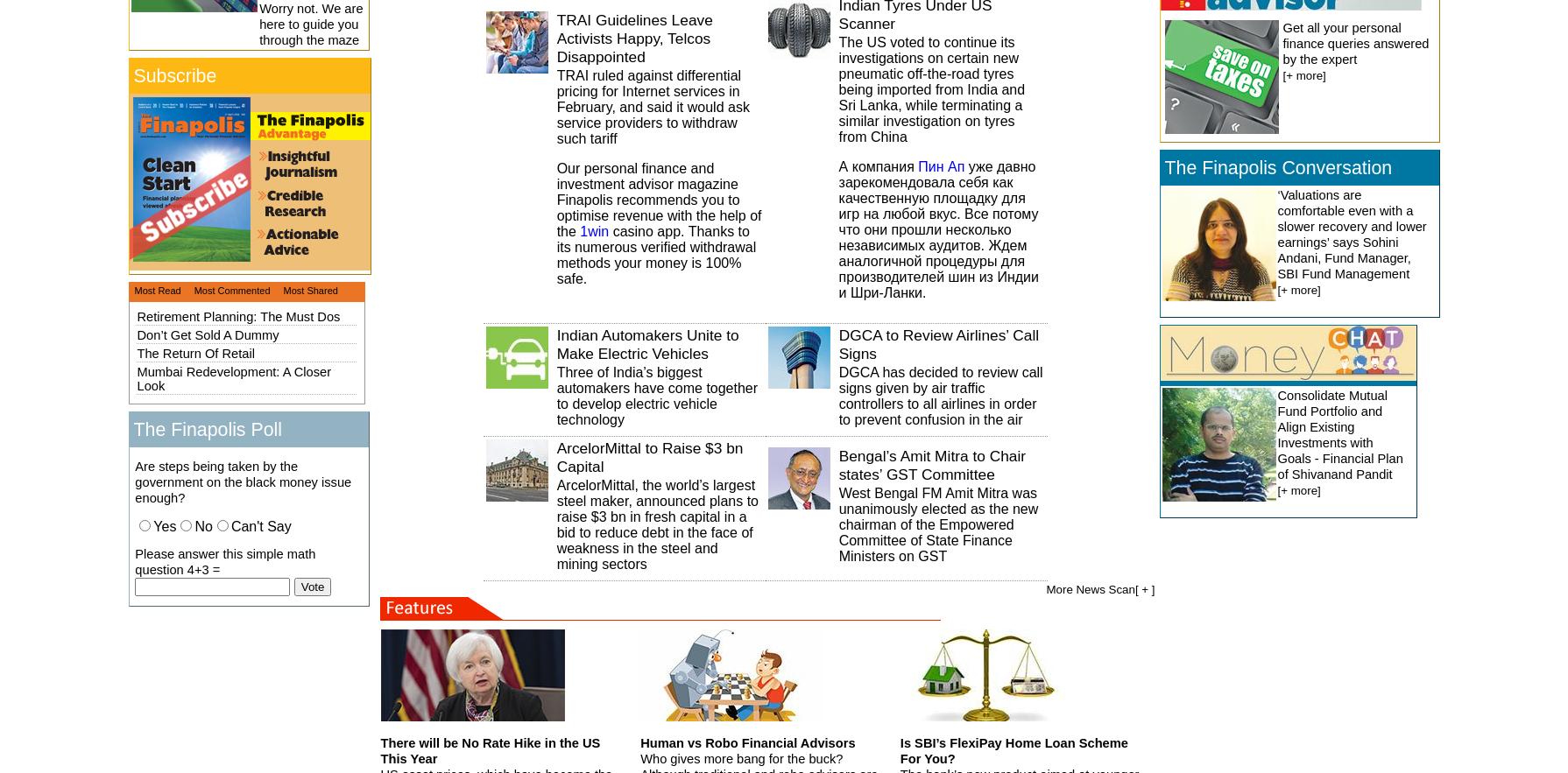 The image size is (1568, 773). I want to click on 'casino app. Thanks to its numerous verified withdrawal methods your money is 100% safe.', so click(654, 254).